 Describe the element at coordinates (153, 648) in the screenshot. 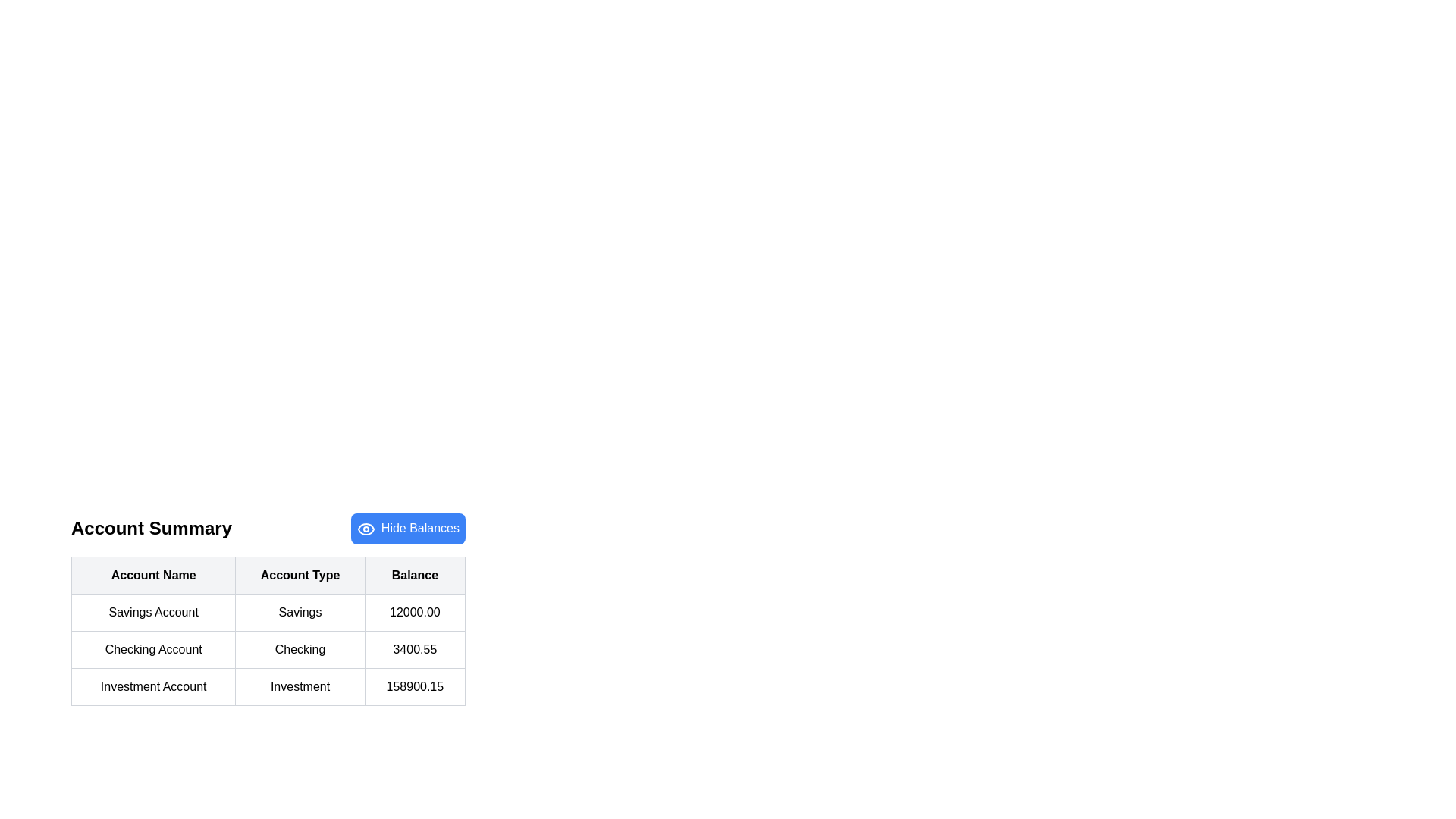

I see `the Text Label displaying 'Checking Account' in the second row, first column of the table` at that location.